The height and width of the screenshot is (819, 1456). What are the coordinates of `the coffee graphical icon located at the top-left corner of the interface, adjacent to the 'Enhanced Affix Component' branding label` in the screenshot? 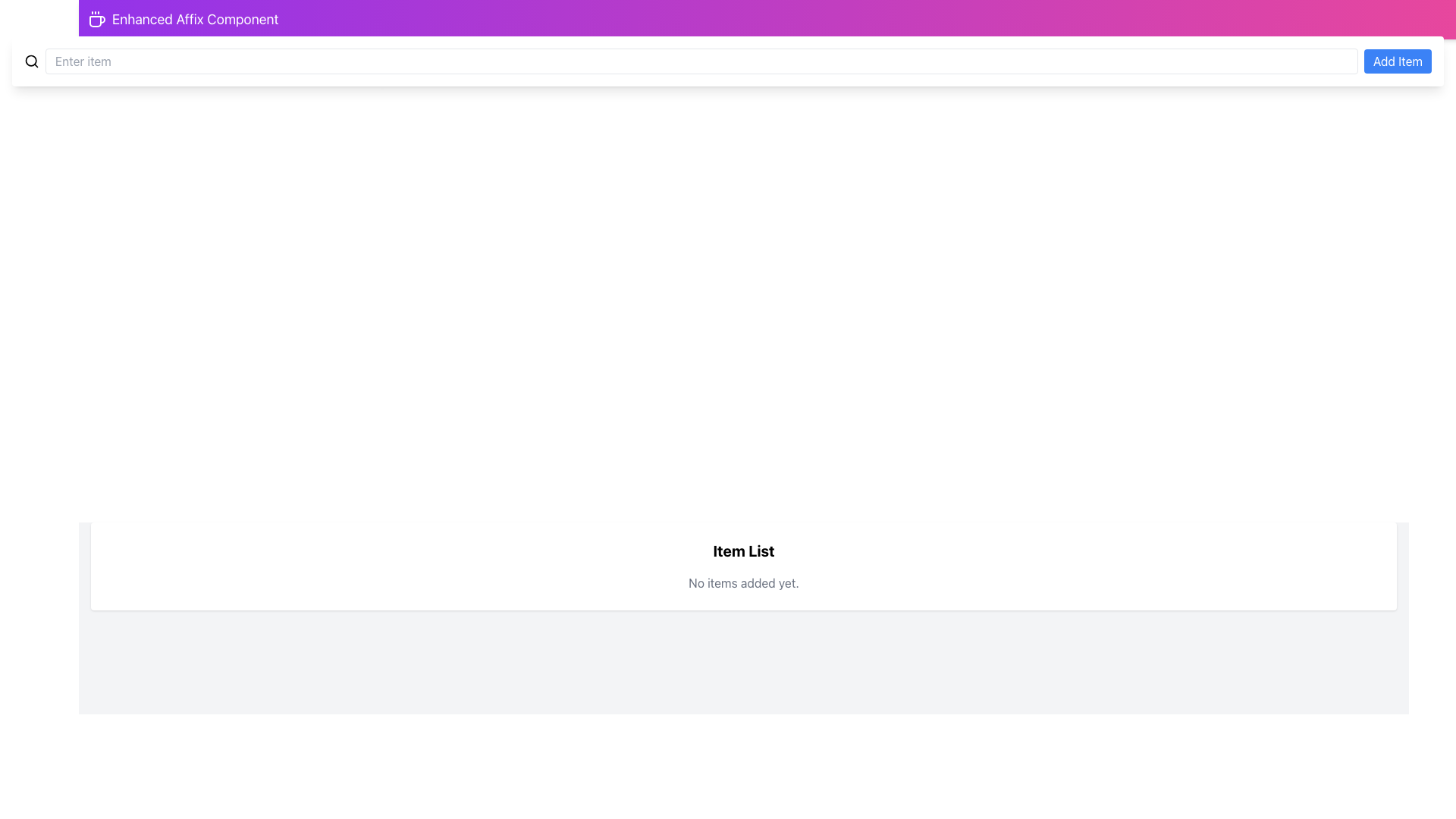 It's located at (96, 21).